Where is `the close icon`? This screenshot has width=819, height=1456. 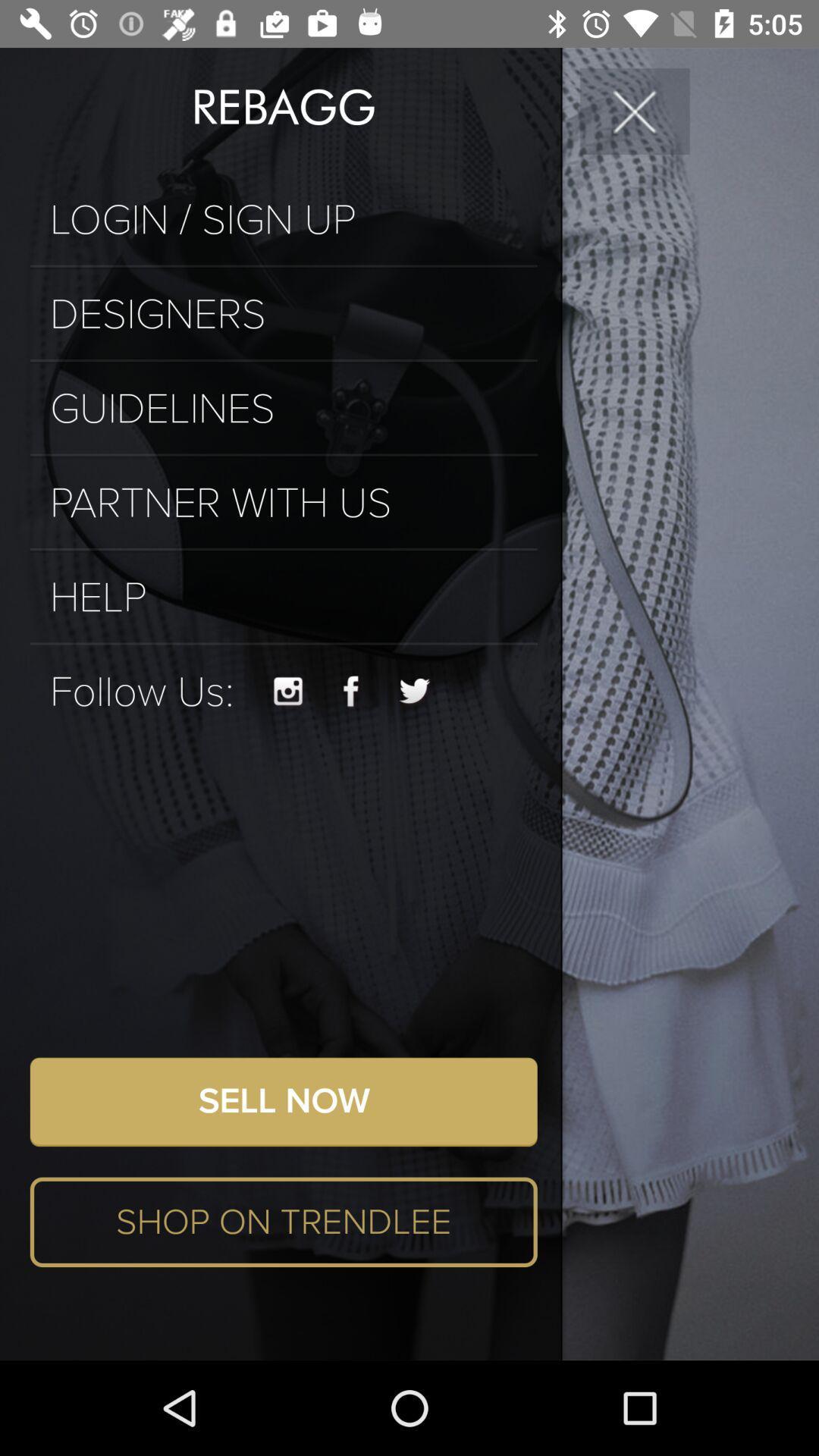 the close icon is located at coordinates (635, 110).